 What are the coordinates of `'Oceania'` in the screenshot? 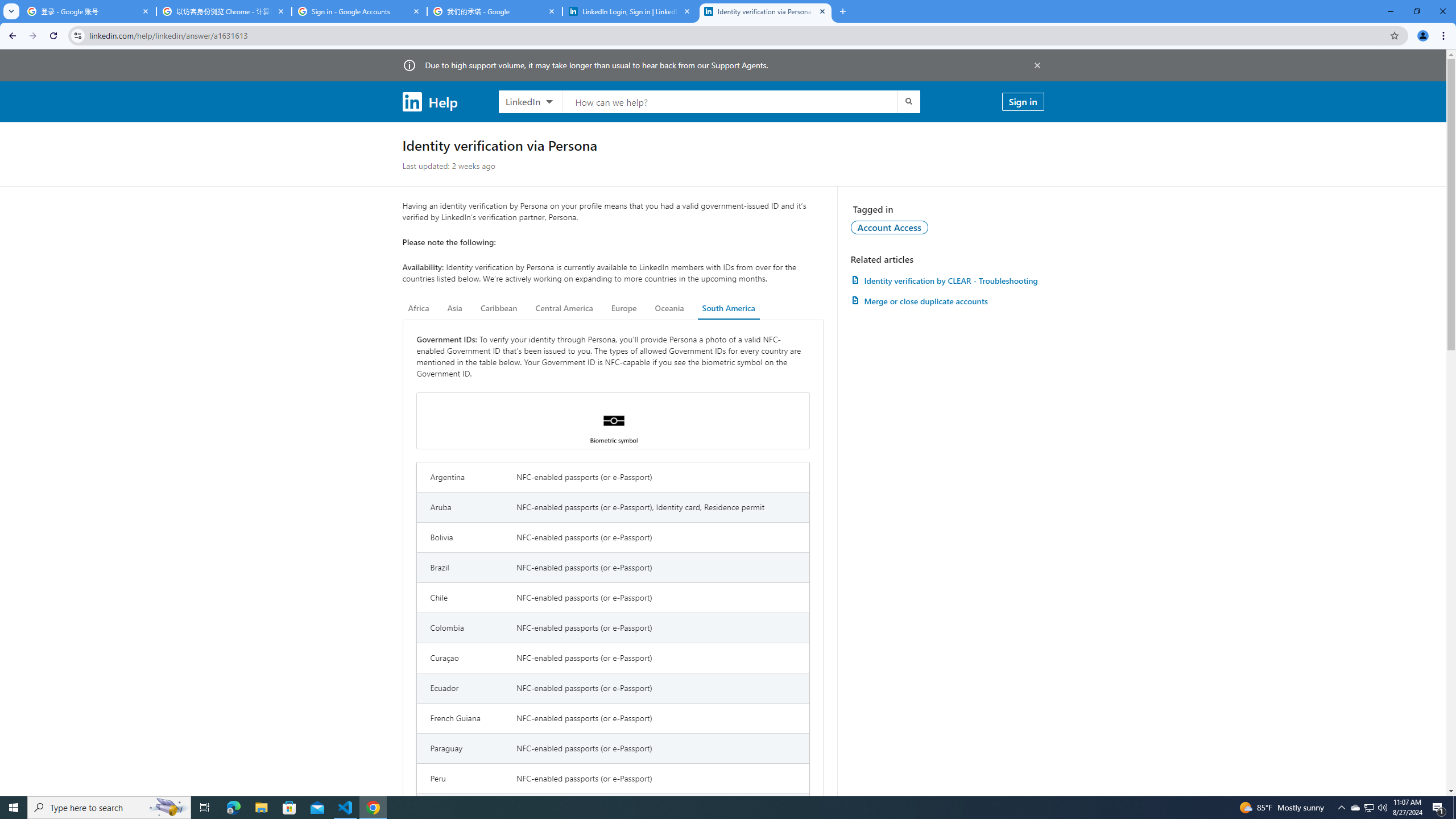 It's located at (668, 308).